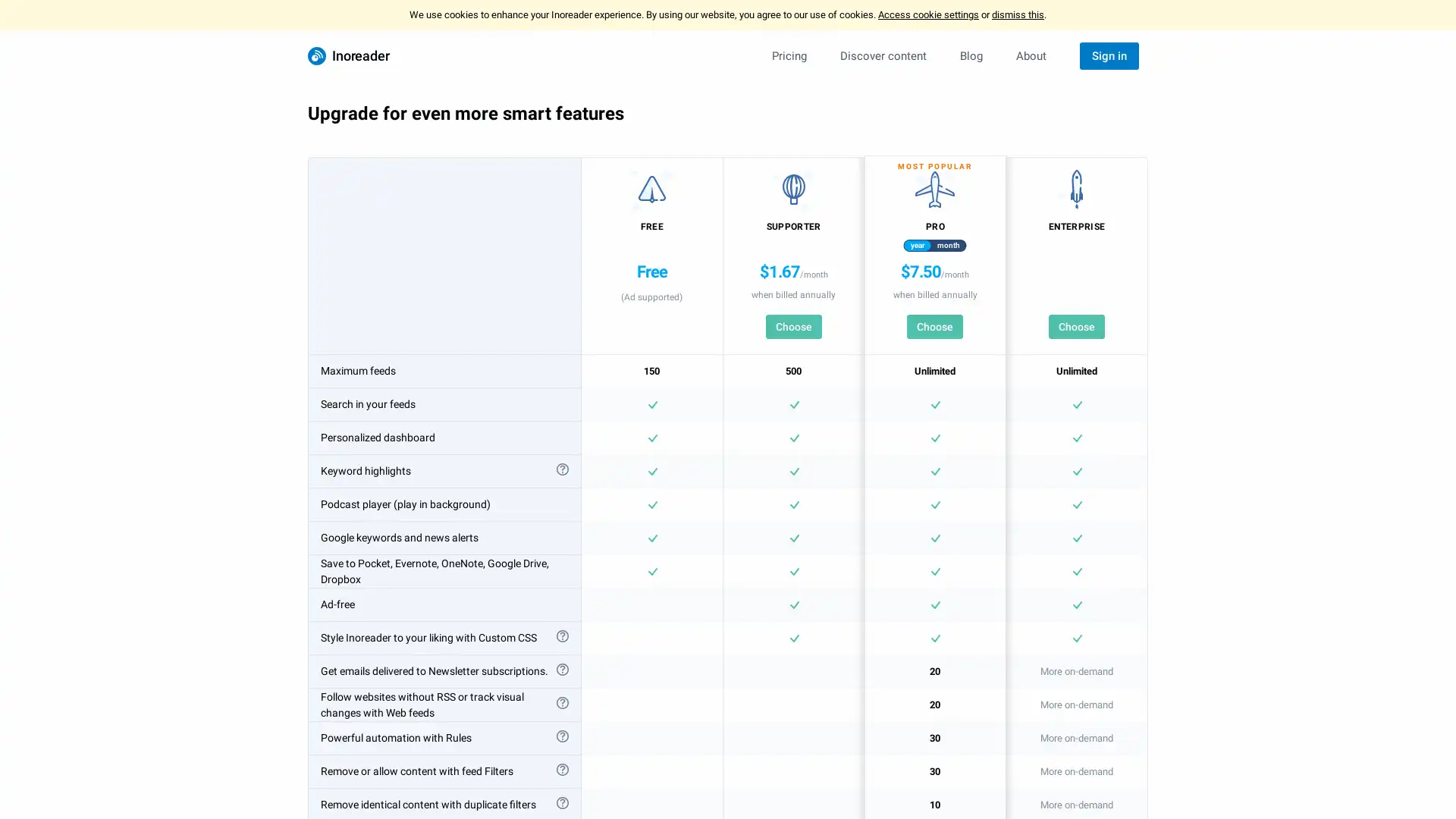  What do you see at coordinates (934, 326) in the screenshot?
I see `Choose` at bounding box center [934, 326].